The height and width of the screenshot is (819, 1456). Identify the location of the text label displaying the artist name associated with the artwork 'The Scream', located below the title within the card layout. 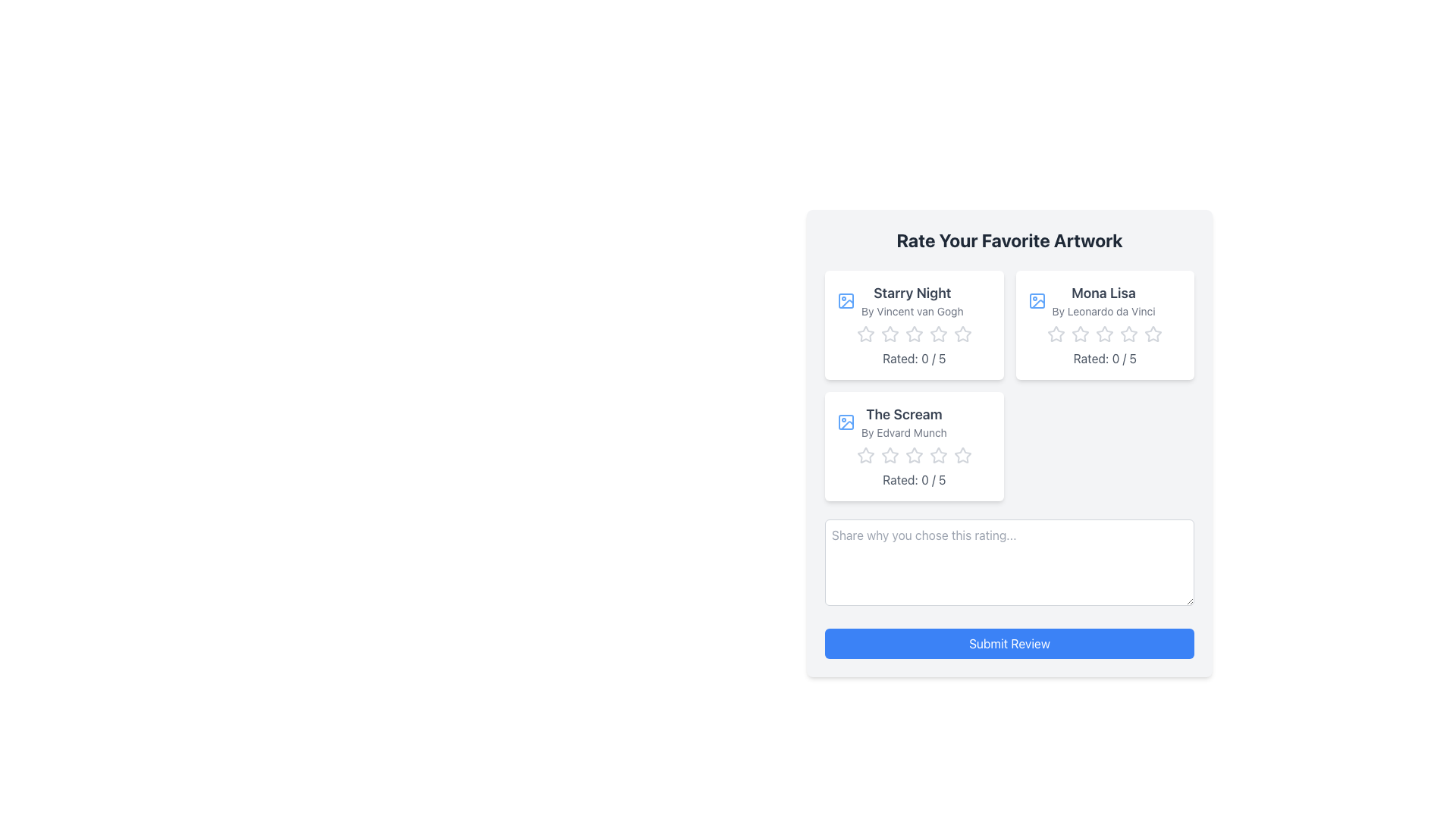
(904, 432).